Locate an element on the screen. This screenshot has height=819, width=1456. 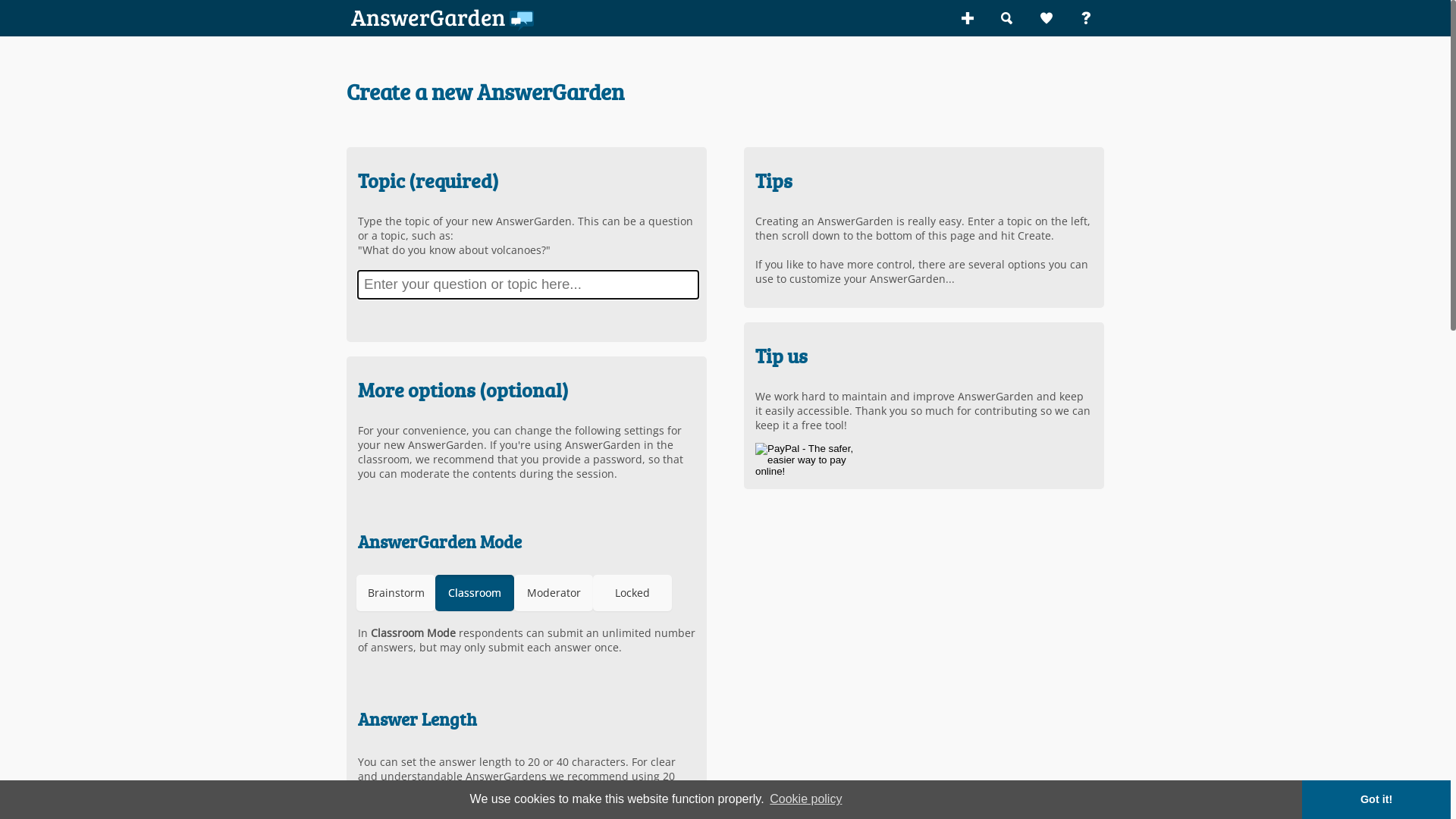
'Create an AnswerGarden' is located at coordinates (967, 17).